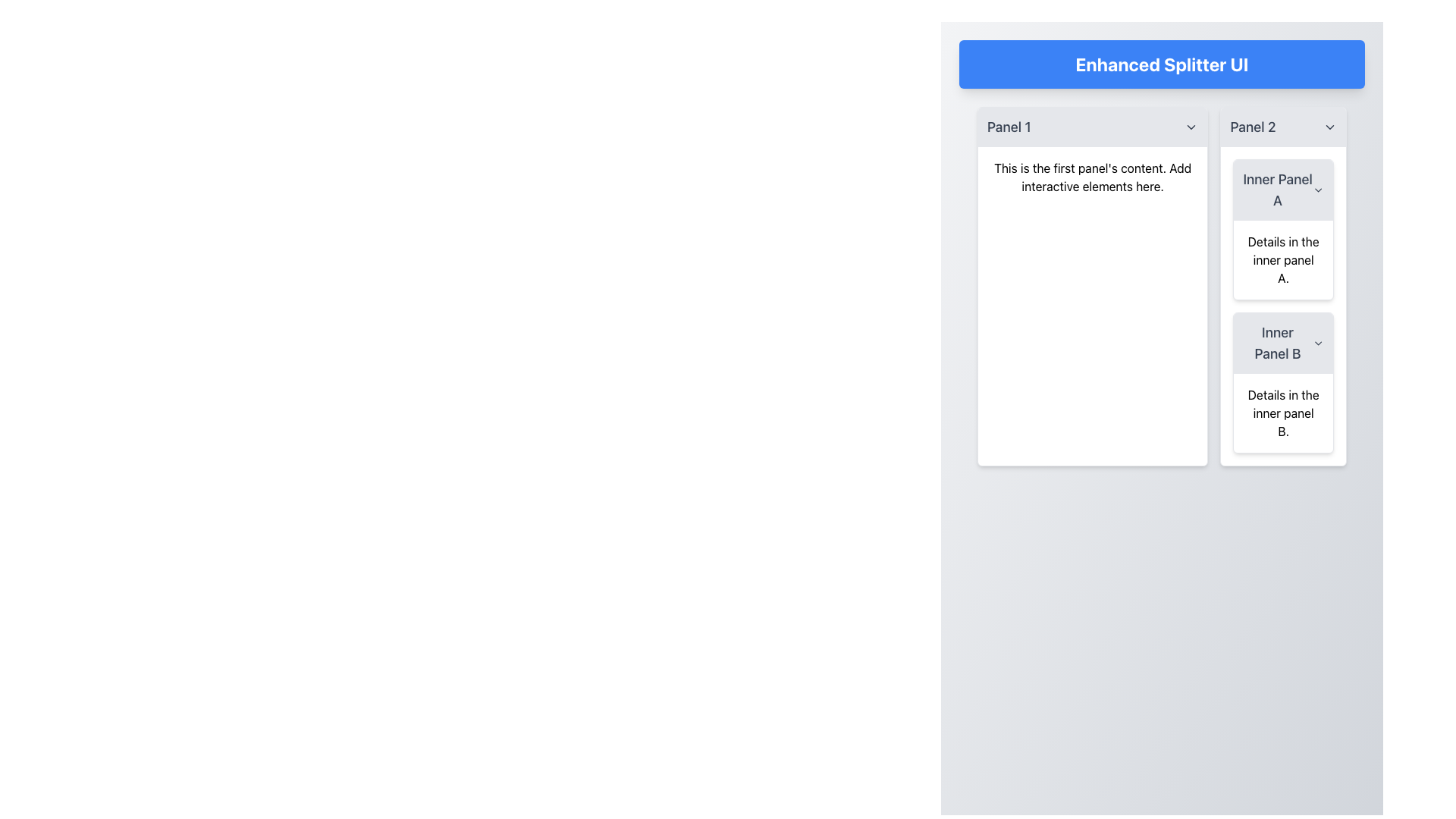 Image resolution: width=1456 pixels, height=819 pixels. What do you see at coordinates (1317, 343) in the screenshot?
I see `the downward-facing chevron icon located to the right of the text 'Inner Panel B' in 'Panel 2'` at bounding box center [1317, 343].